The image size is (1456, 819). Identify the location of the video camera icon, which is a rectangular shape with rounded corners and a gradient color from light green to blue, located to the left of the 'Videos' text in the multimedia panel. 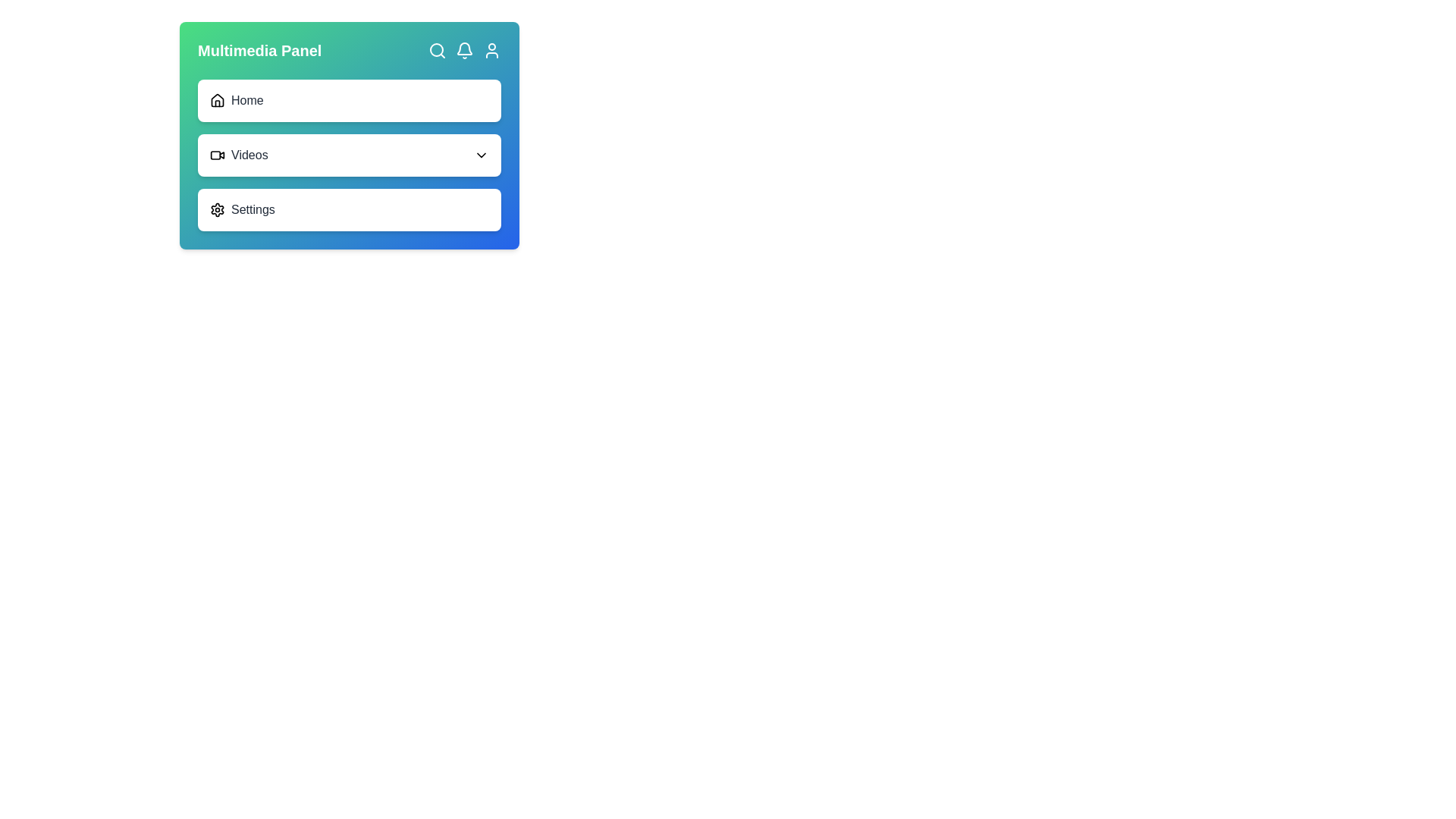
(215, 155).